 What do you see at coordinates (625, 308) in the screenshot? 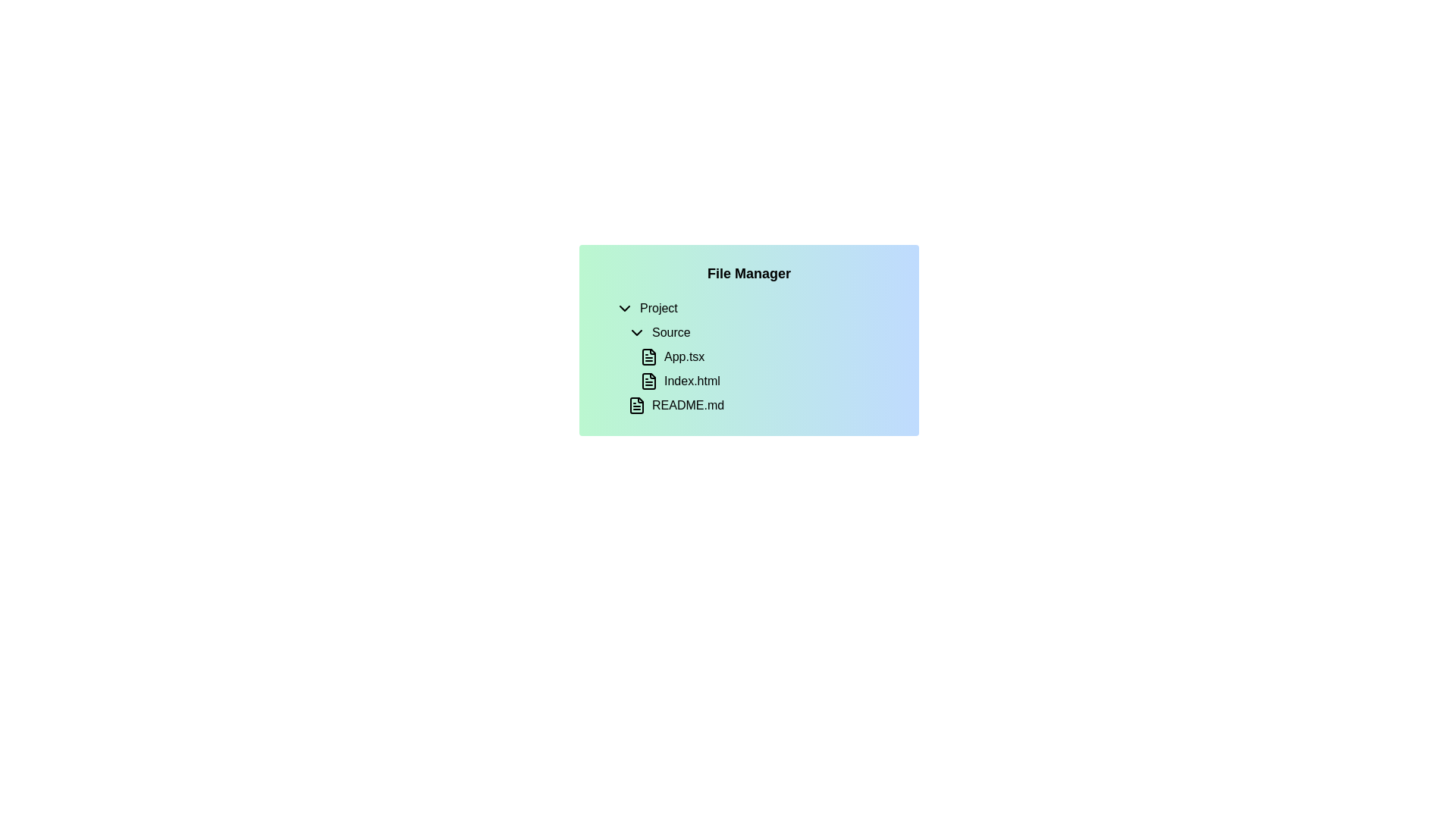
I see `the chevron icon located to the left of the text 'Project' in the File Manager interface` at bounding box center [625, 308].